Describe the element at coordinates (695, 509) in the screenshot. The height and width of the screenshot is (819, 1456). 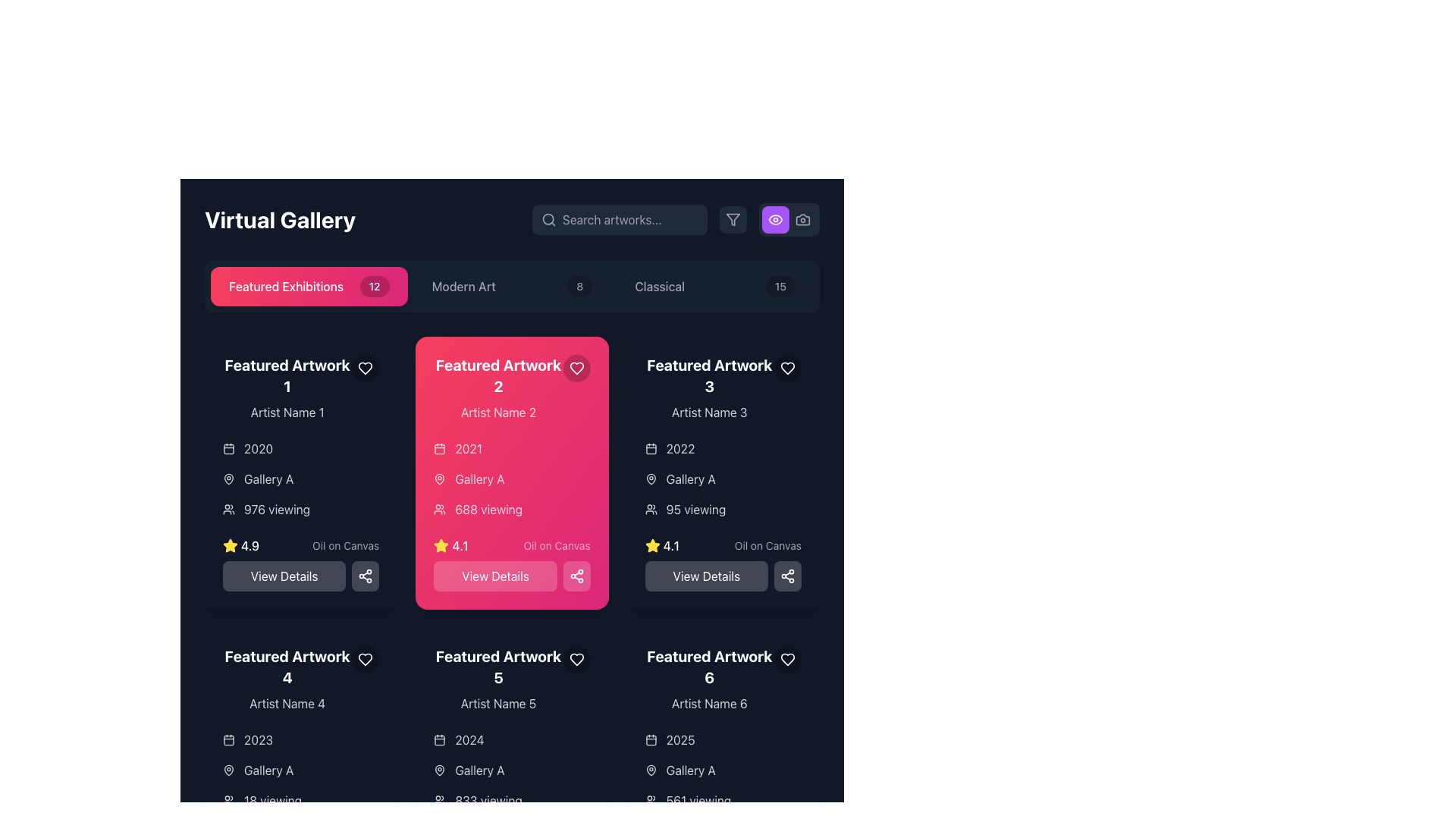
I see `text label element displaying '95 viewing' located within the 'Featured Artwork 3' card, positioned just above the rating section` at that location.